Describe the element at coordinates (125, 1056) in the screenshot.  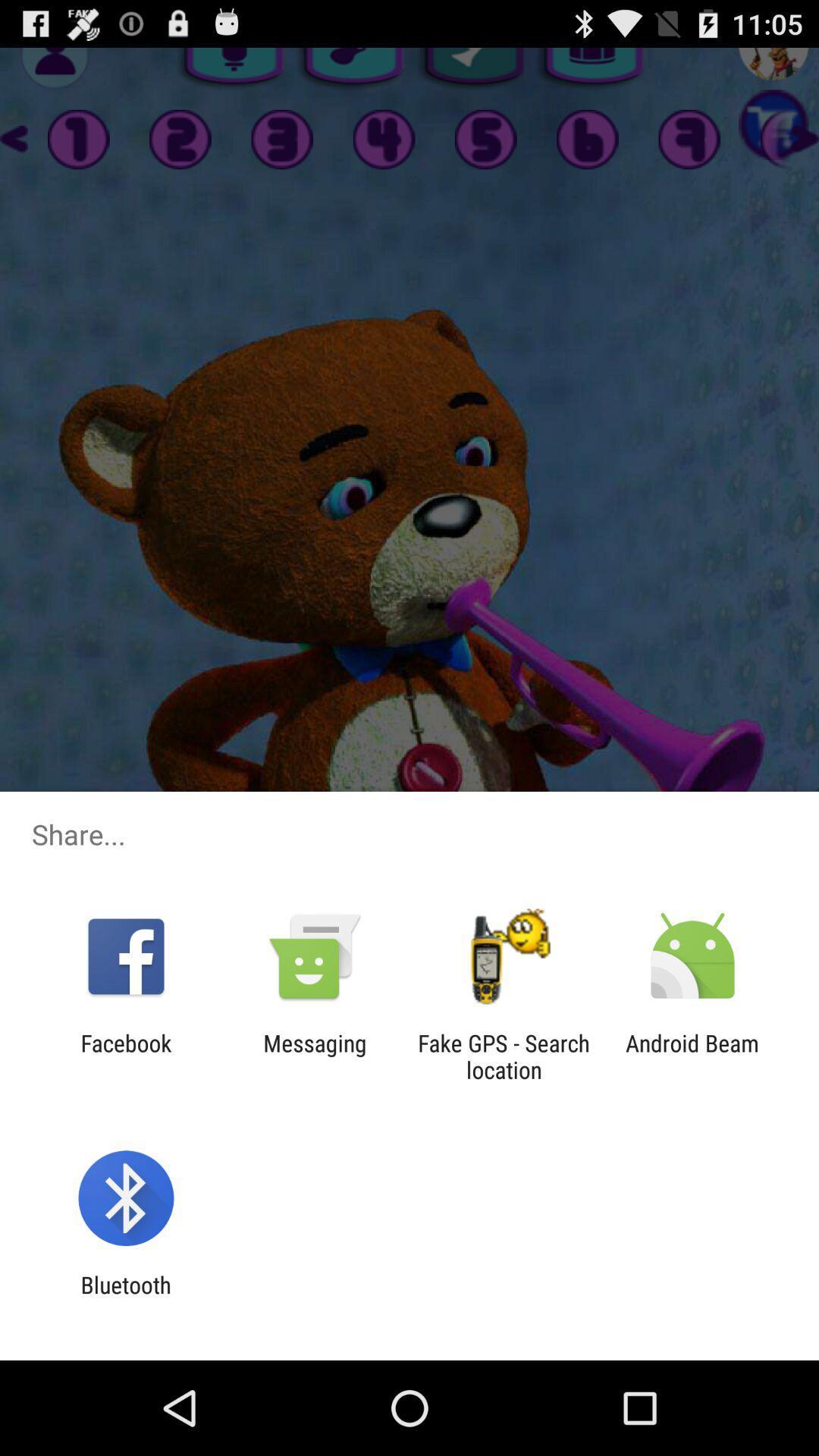
I see `the item next to the messaging` at that location.